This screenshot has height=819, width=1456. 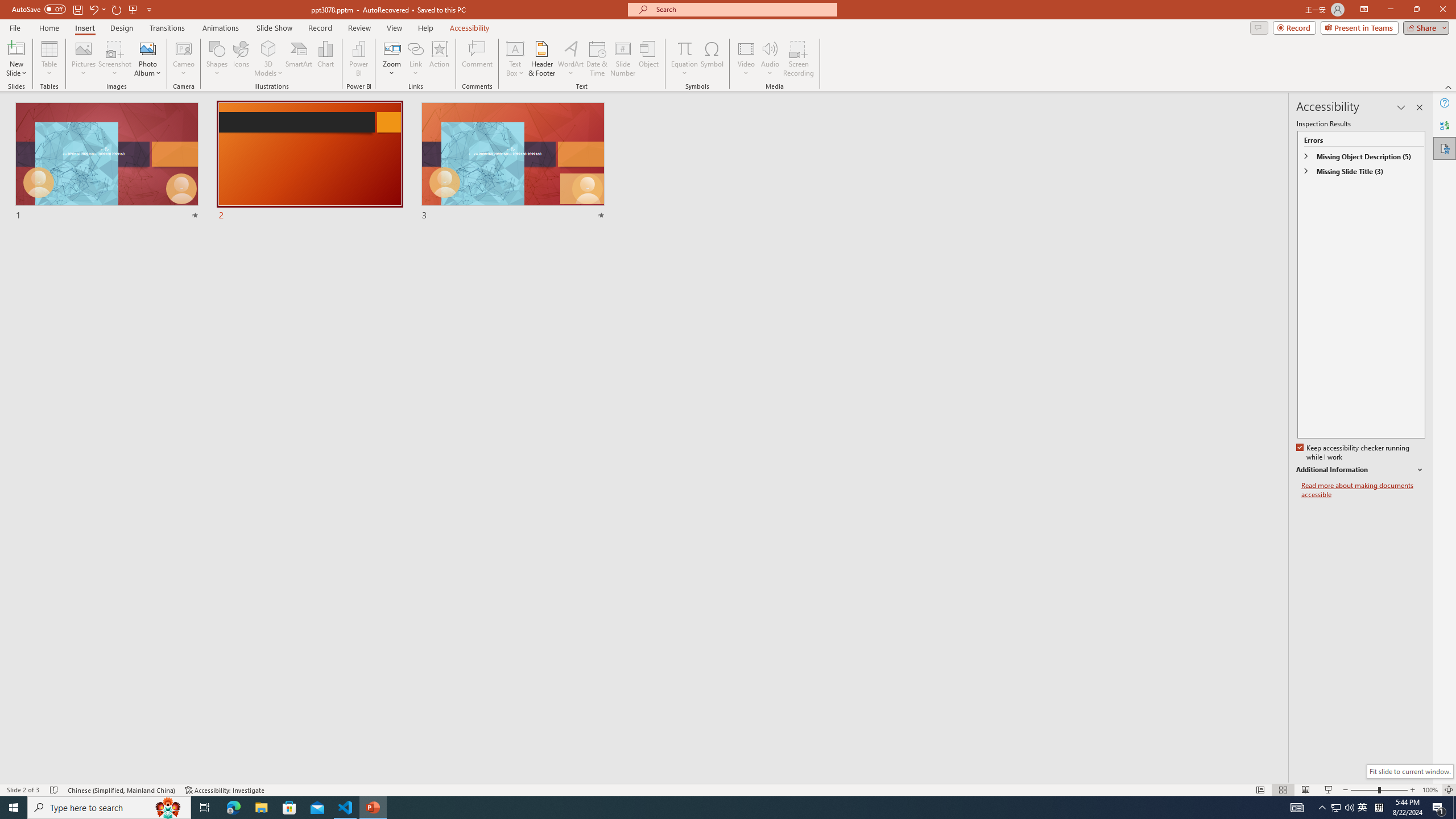 What do you see at coordinates (117, 9) in the screenshot?
I see `'Redo'` at bounding box center [117, 9].